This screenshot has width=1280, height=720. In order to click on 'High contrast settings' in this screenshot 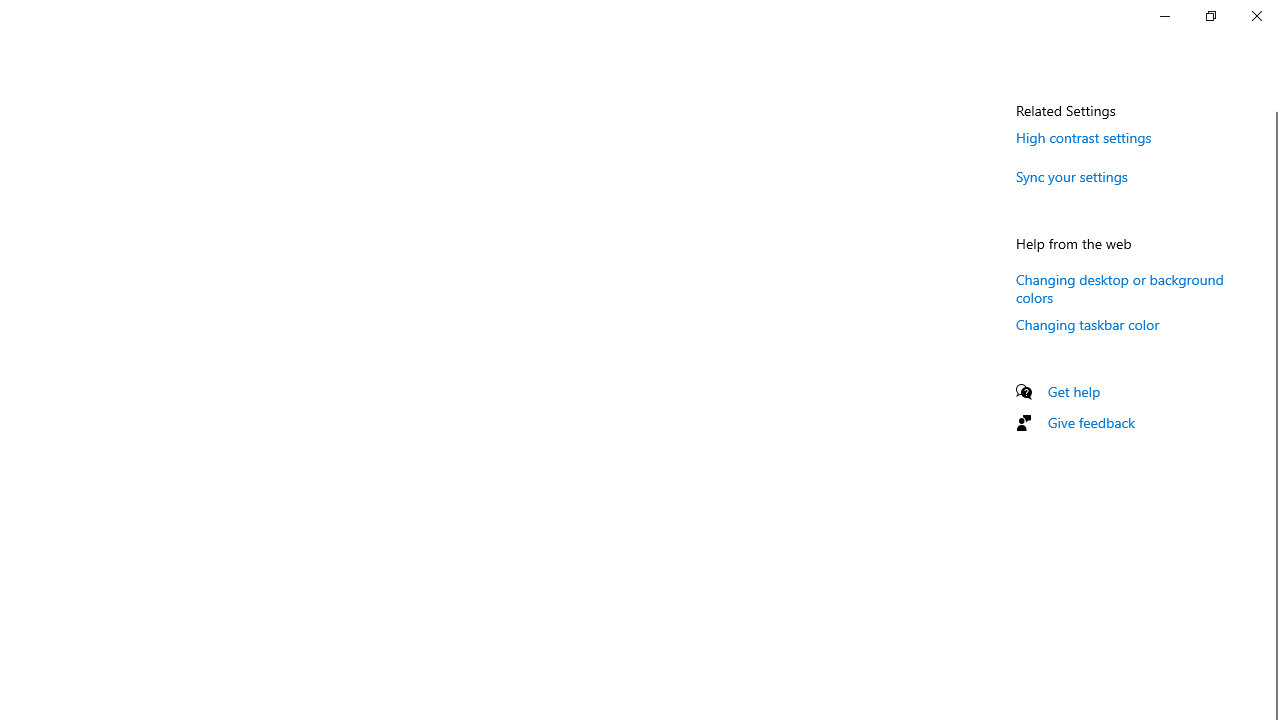, I will do `click(1083, 136)`.